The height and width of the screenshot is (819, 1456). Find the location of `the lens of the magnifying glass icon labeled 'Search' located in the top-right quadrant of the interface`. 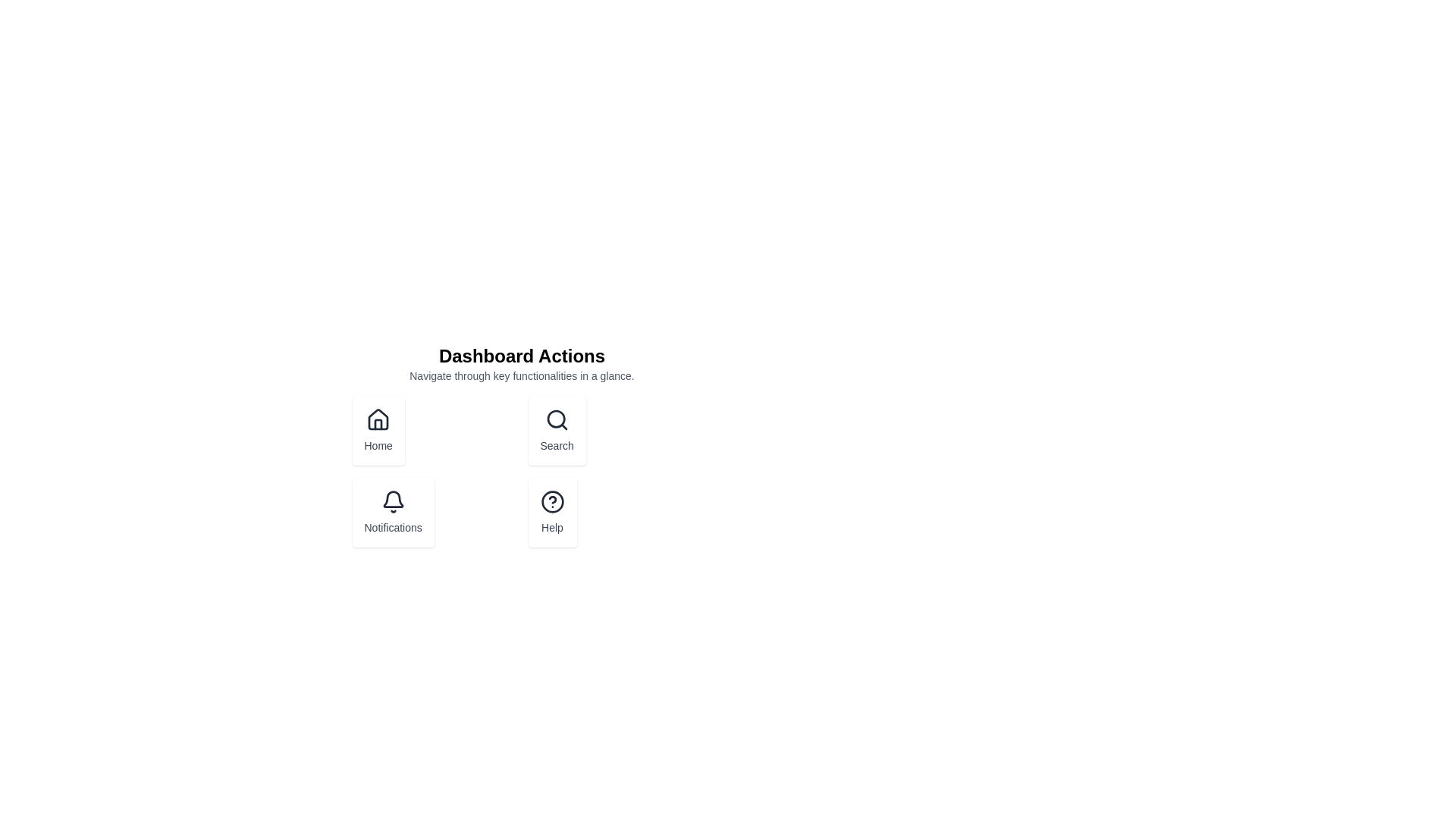

the lens of the magnifying glass icon labeled 'Search' located in the top-right quadrant of the interface is located at coordinates (555, 419).